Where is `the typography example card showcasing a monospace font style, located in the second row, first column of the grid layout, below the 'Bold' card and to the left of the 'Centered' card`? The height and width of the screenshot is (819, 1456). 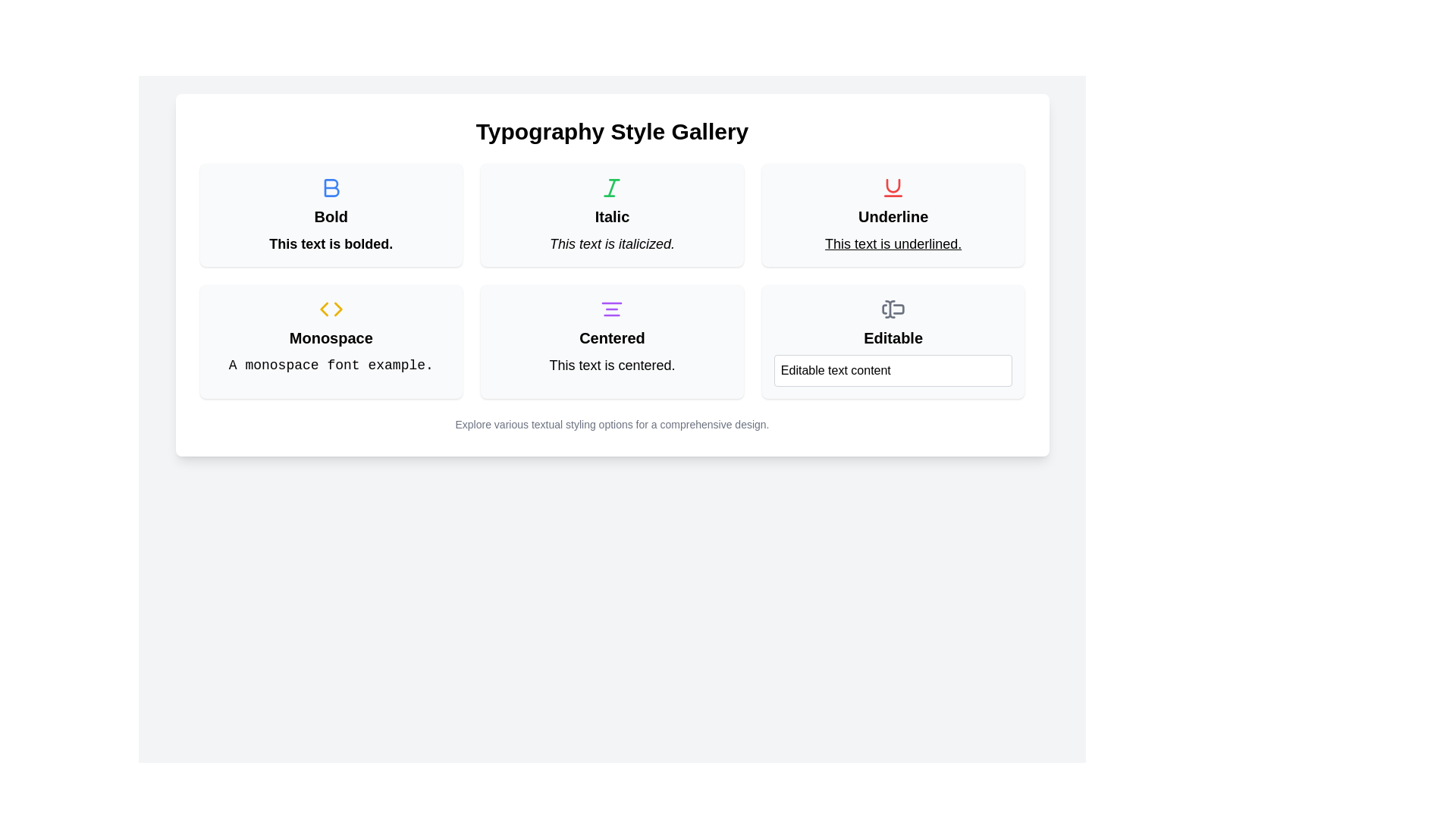
the typography example card showcasing a monospace font style, located in the second row, first column of the grid layout, below the 'Bold' card and to the left of the 'Centered' card is located at coordinates (330, 342).